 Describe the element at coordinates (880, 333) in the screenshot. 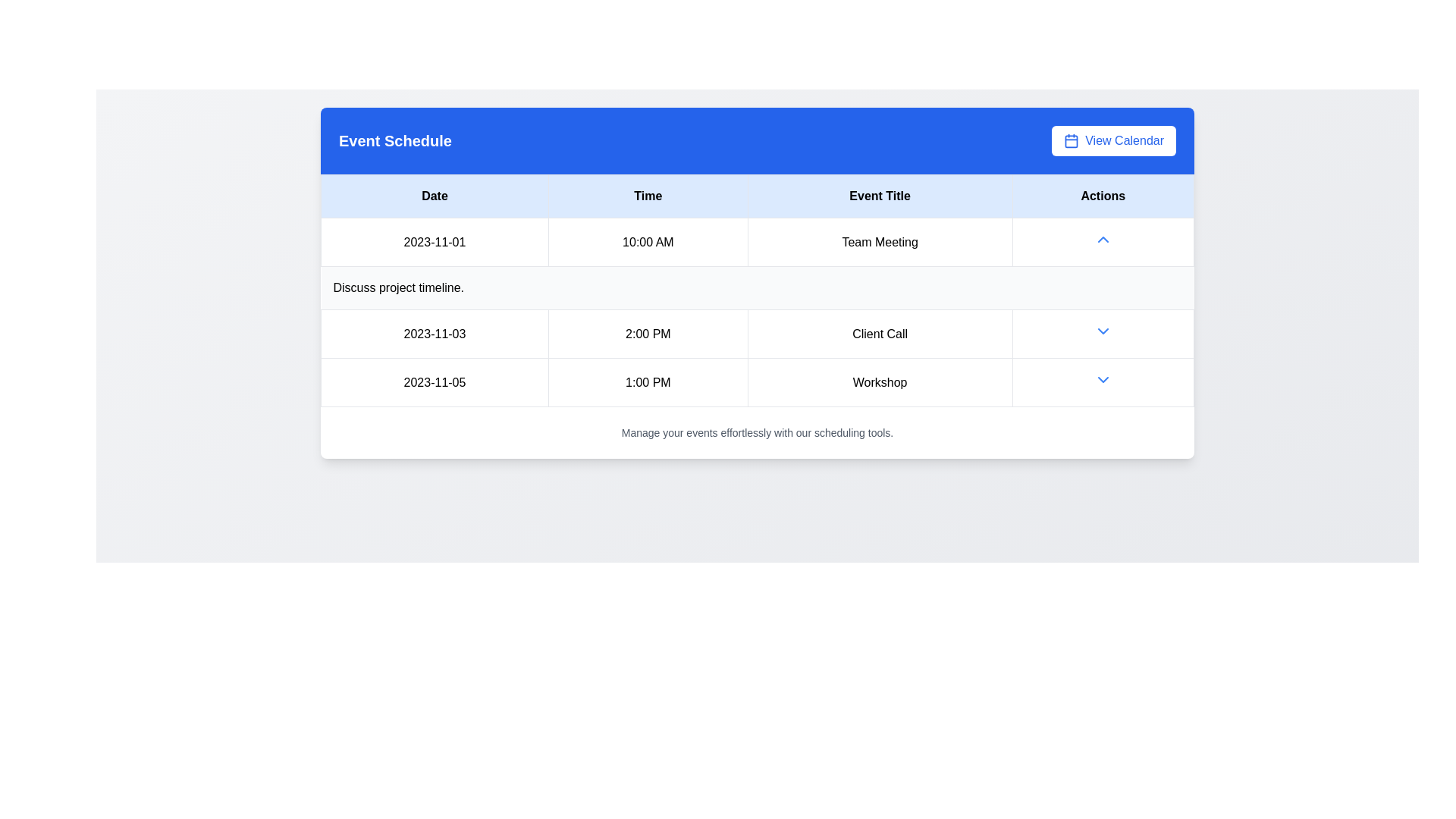

I see `the text label that communicates the event title 'Client Call' located under the 'Event Title' column for the scheduled event at '2:00 PM' on '2023-11-03'` at that location.